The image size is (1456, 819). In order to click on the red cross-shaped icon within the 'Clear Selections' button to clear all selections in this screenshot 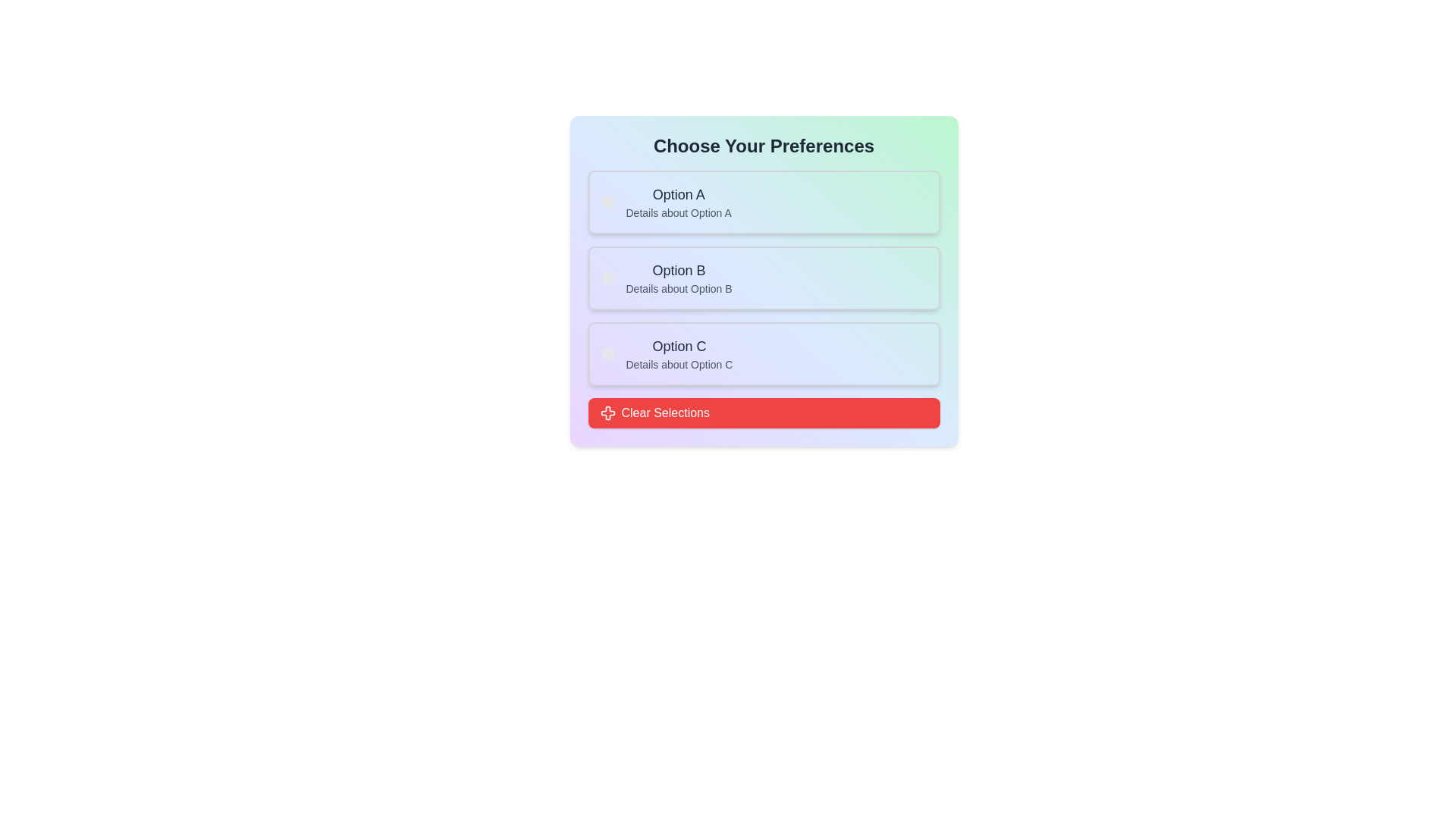, I will do `click(607, 413)`.